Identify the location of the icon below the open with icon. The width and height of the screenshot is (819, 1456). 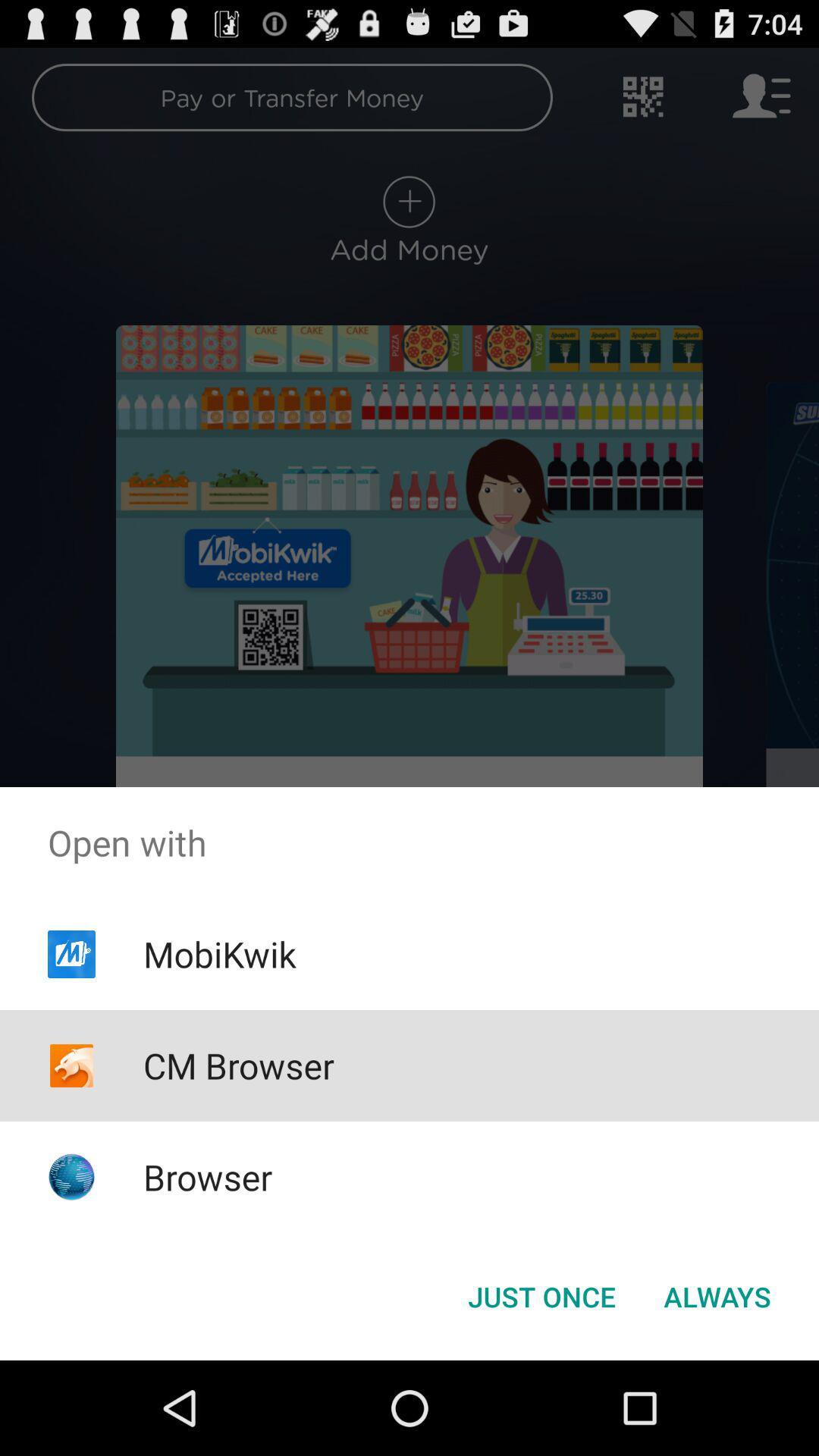
(541, 1295).